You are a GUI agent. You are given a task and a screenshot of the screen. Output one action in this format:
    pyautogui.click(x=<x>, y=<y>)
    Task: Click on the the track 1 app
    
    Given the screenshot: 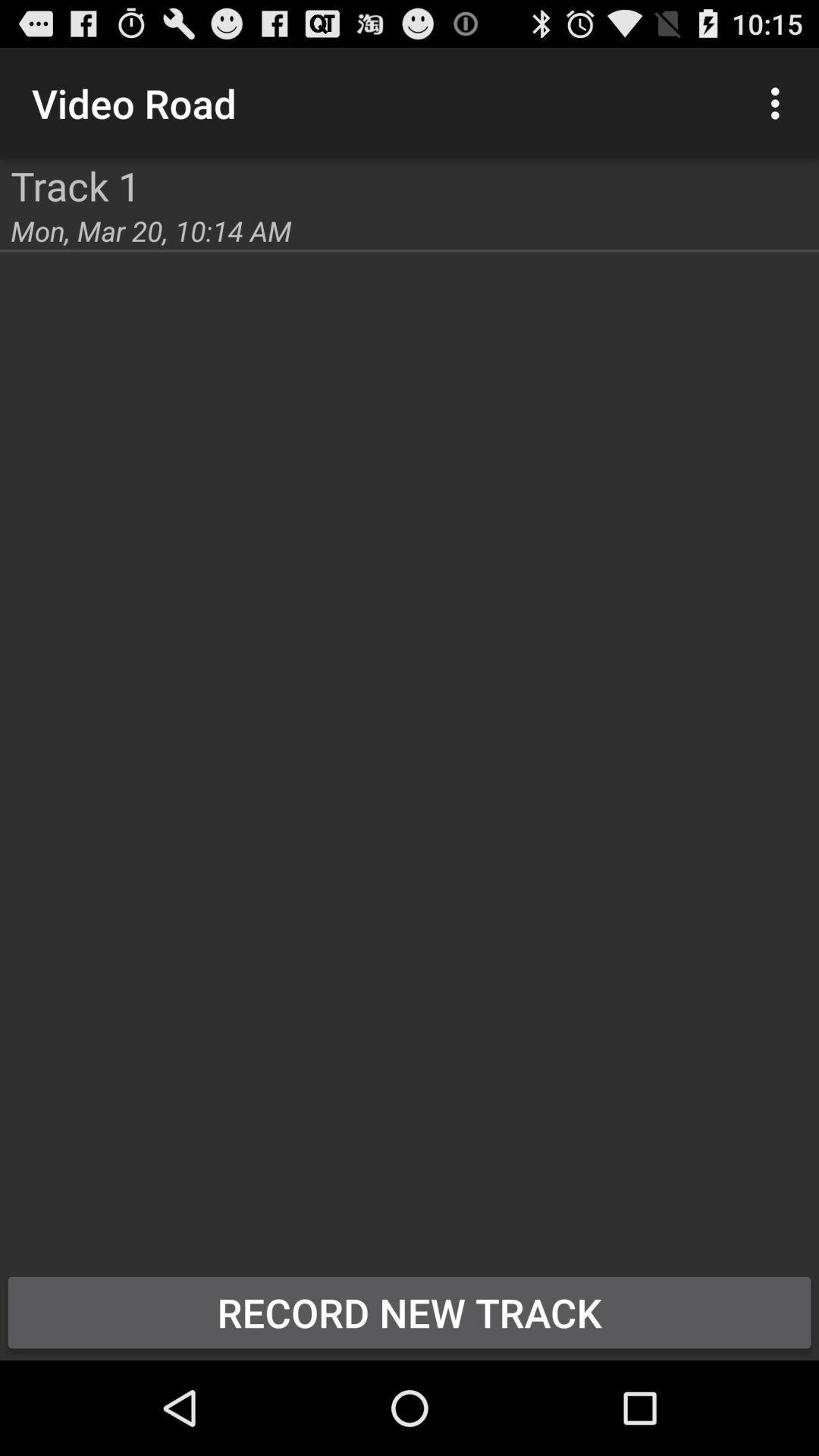 What is the action you would take?
    pyautogui.click(x=75, y=184)
    